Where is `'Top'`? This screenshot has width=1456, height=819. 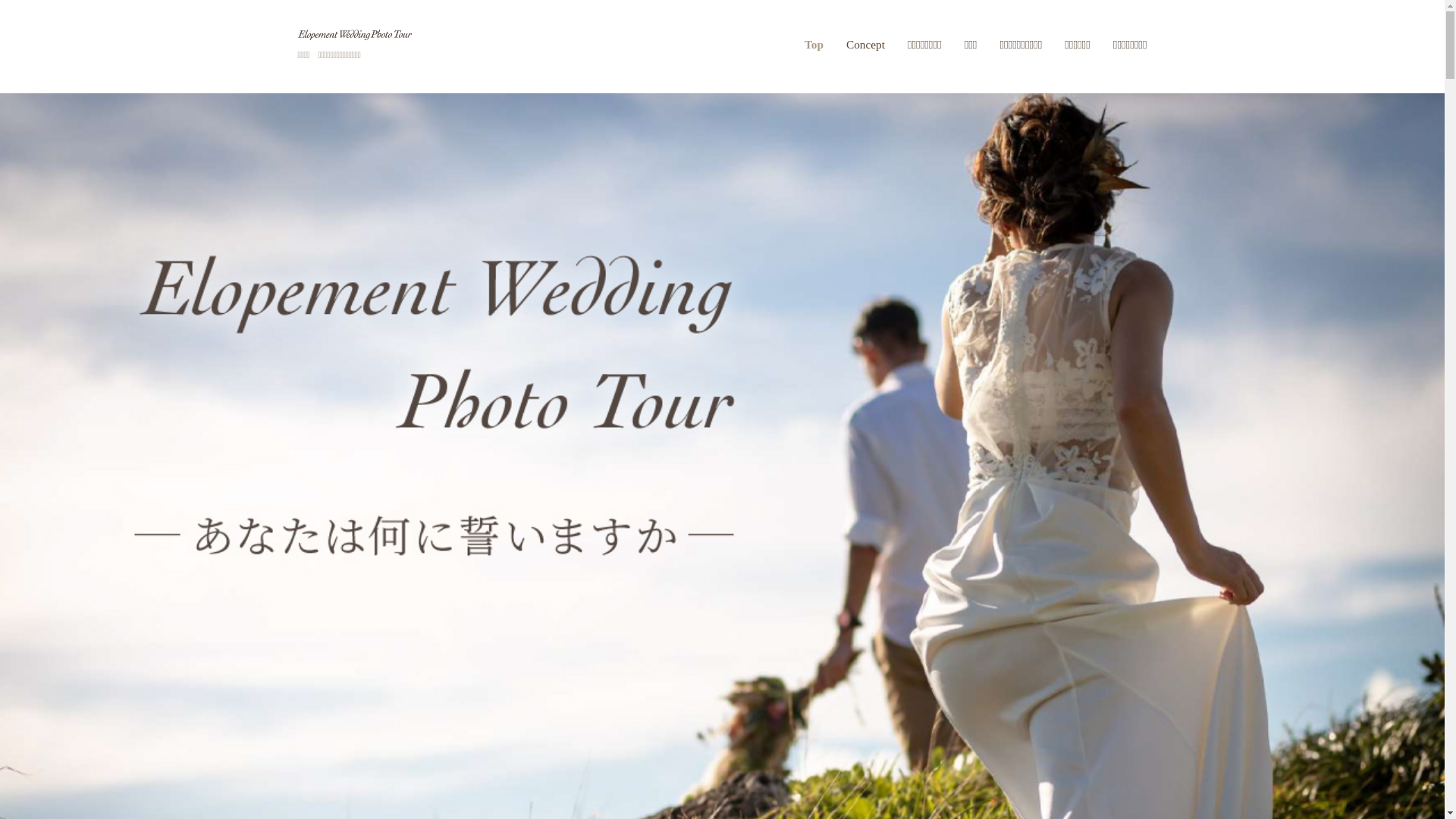 'Top' is located at coordinates (818, 43).